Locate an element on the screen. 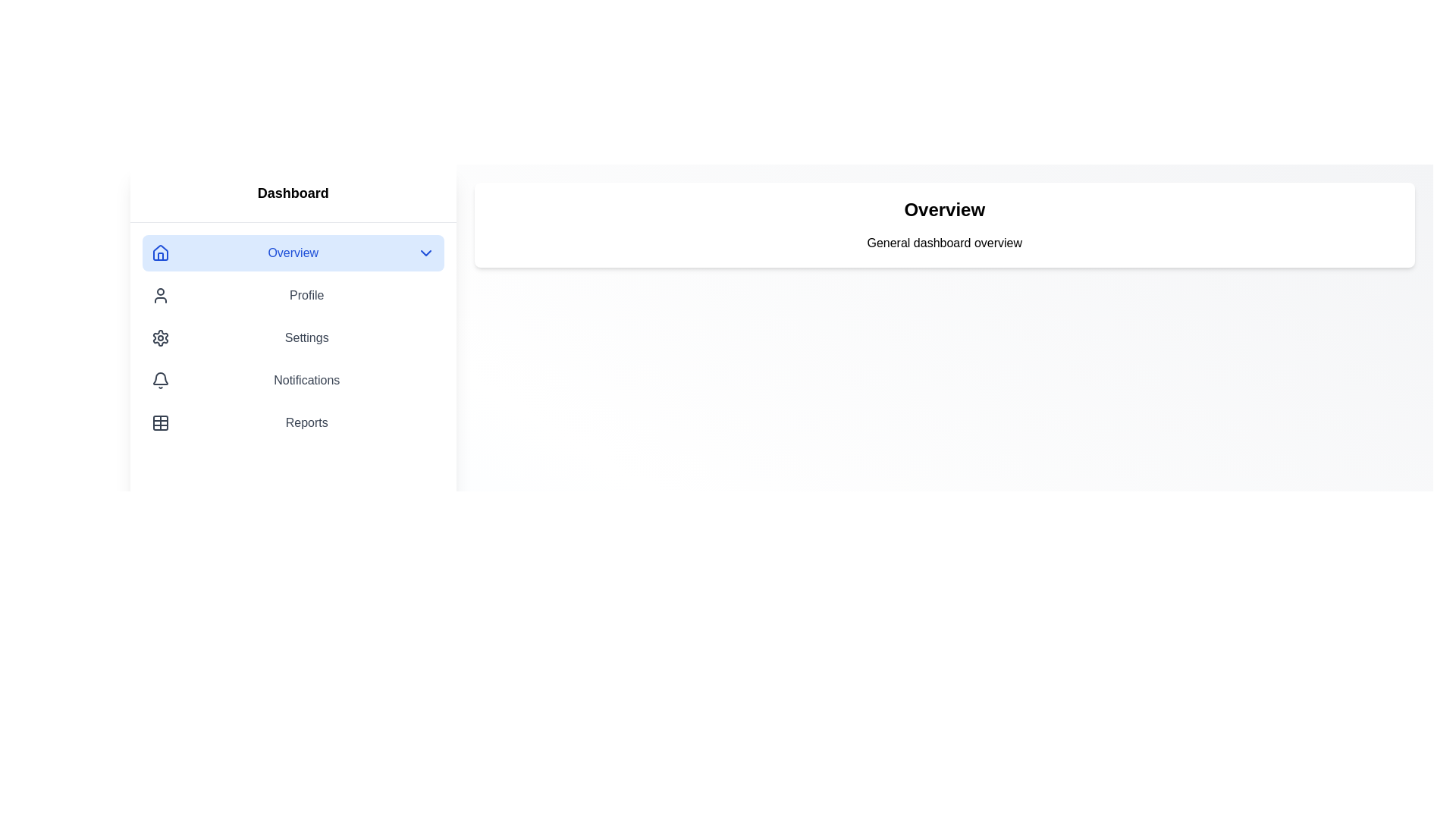  the menu item Reports in the sidebar to navigate to its respective content is located at coordinates (293, 423).